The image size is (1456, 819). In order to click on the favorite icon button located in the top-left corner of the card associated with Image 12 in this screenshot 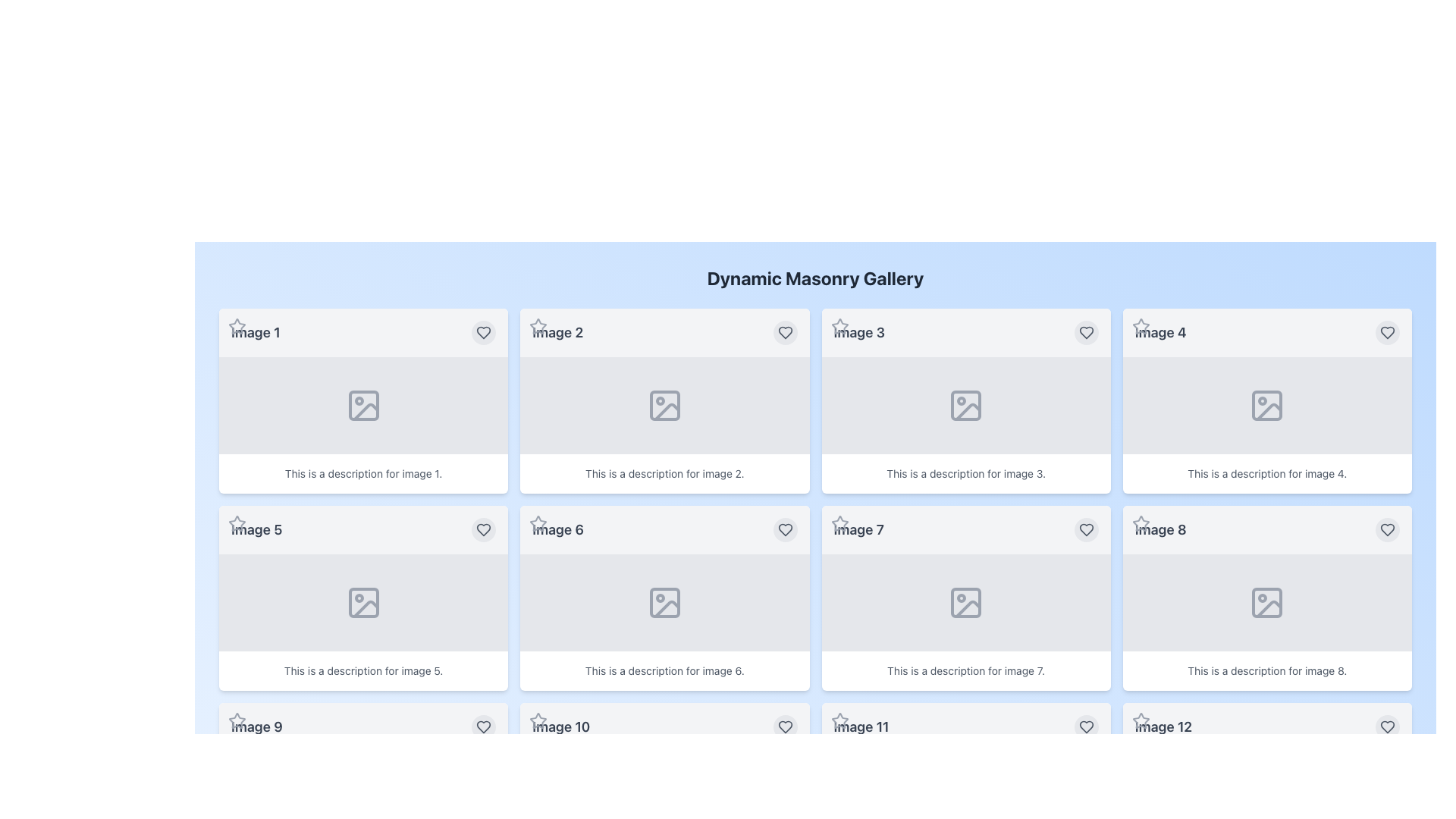, I will do `click(1141, 720)`.